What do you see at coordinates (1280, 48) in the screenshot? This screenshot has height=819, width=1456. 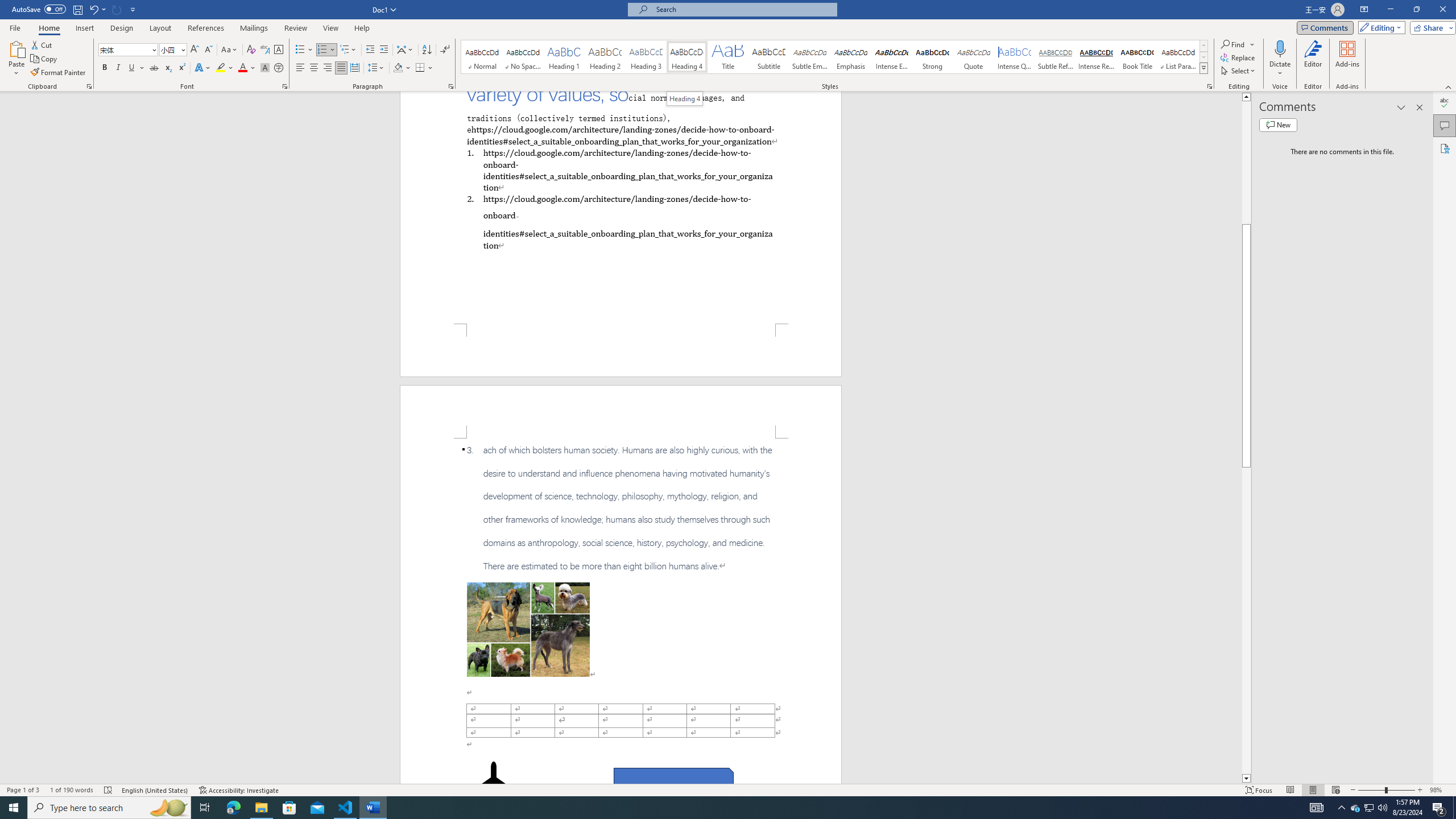 I see `'Dictate'` at bounding box center [1280, 48].